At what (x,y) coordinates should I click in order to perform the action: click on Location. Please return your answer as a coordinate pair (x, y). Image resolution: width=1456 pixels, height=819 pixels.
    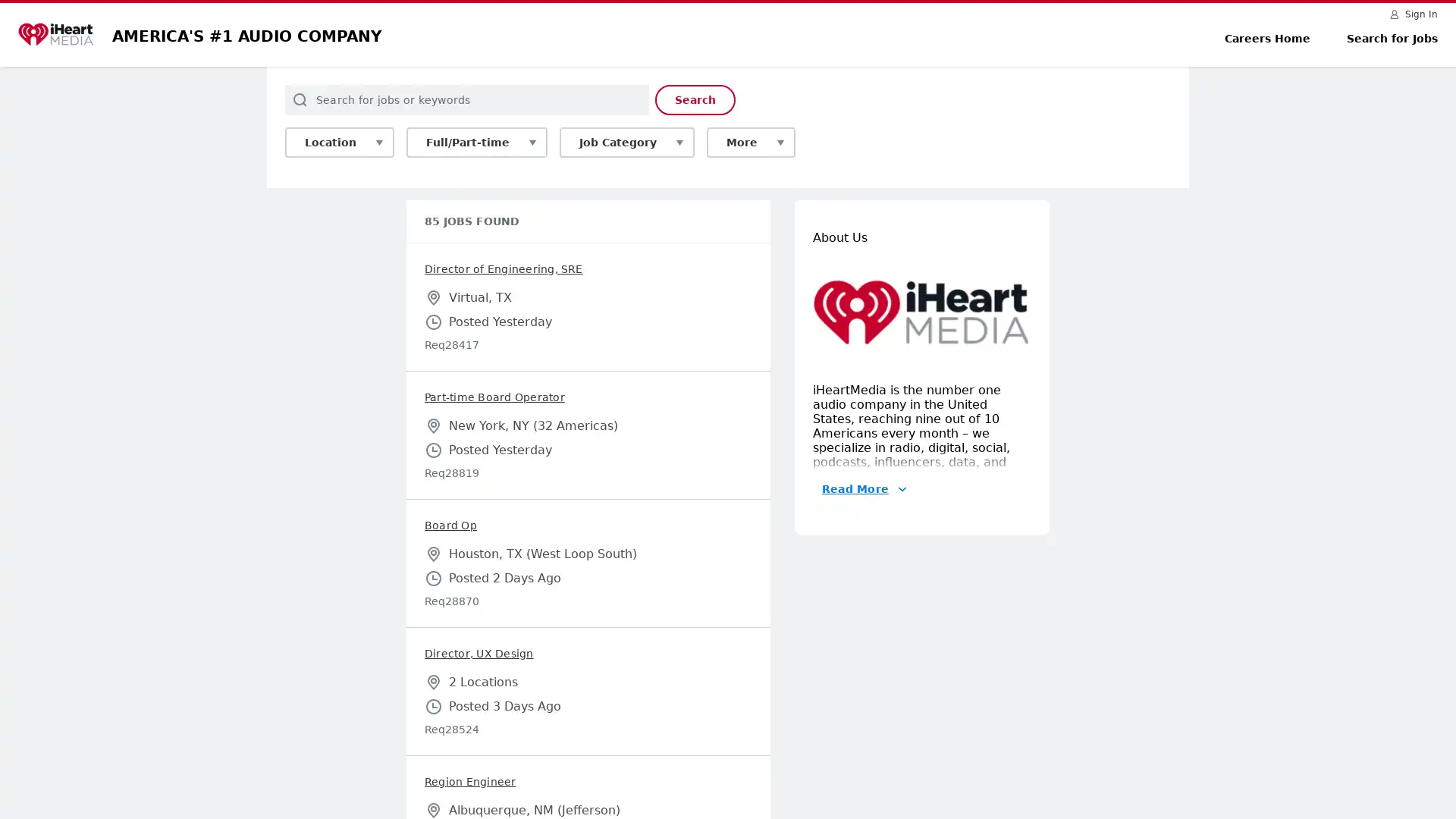
    Looking at the image, I should click on (334, 423).